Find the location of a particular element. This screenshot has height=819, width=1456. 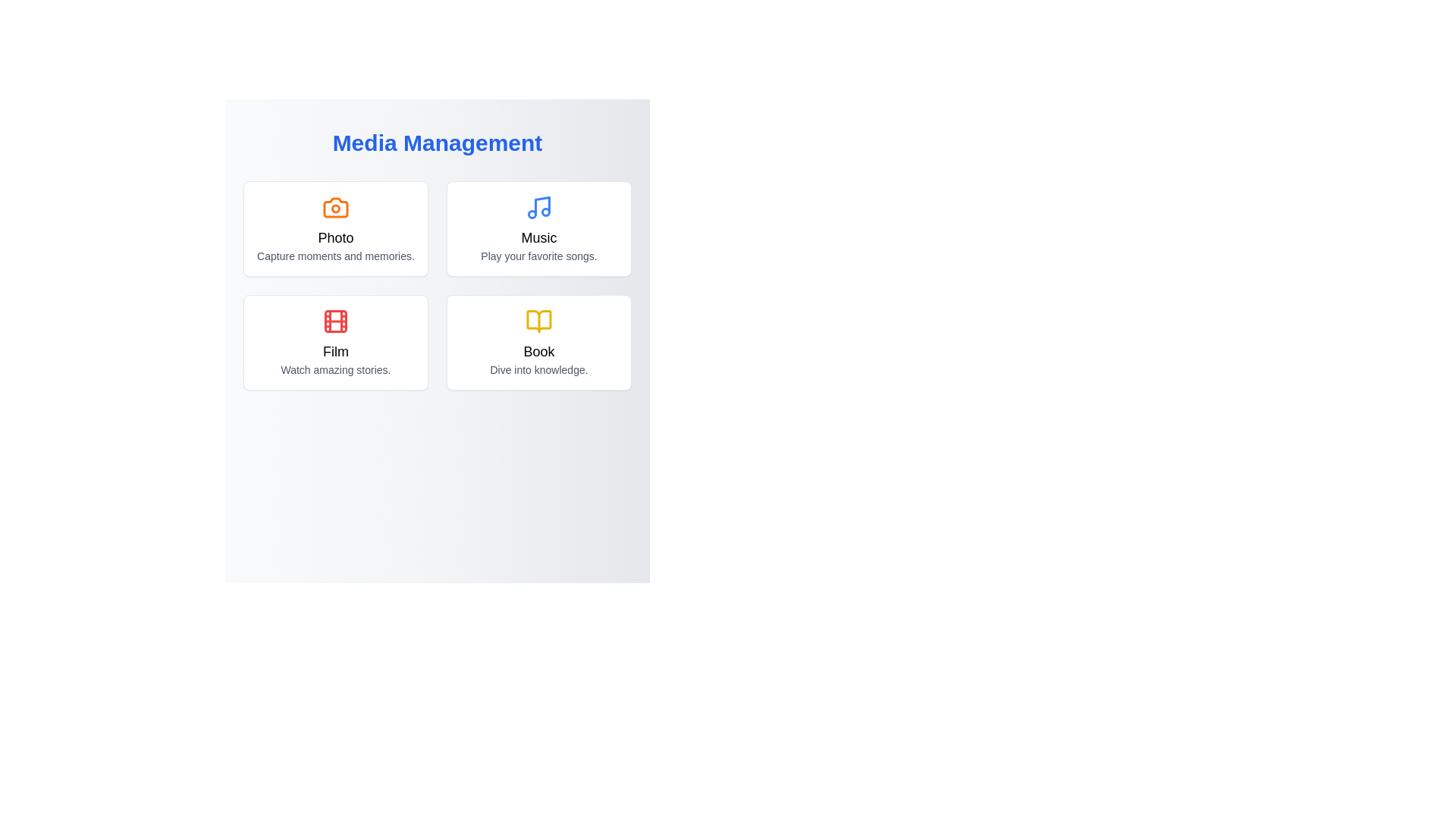

the open book icon, which is styled with a yellow color and located above the text 'Book' and to the left of 'Dive into knowledge.' is located at coordinates (538, 321).